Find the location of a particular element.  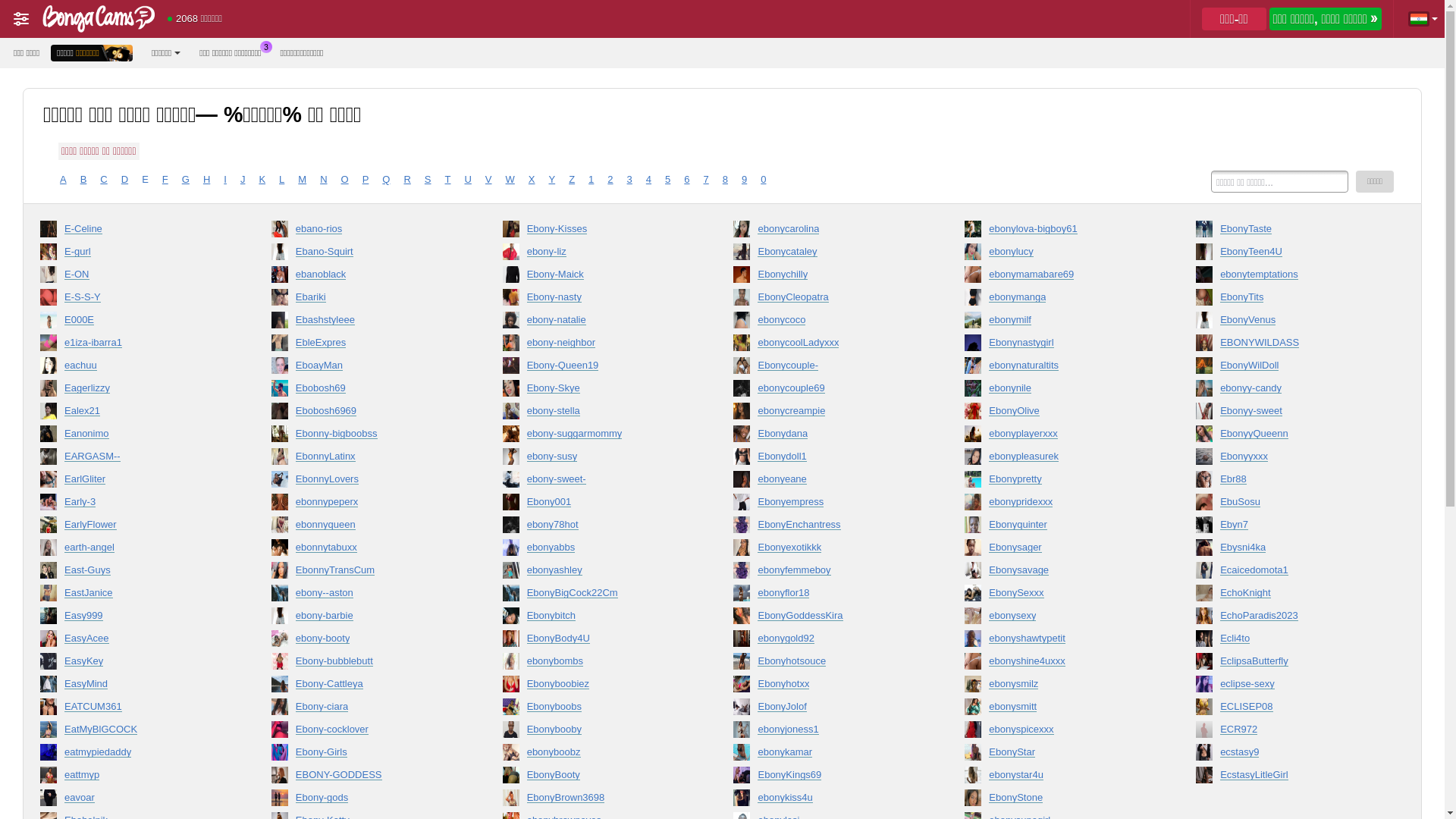

'ebony-suggarmommy' is located at coordinates (596, 436).